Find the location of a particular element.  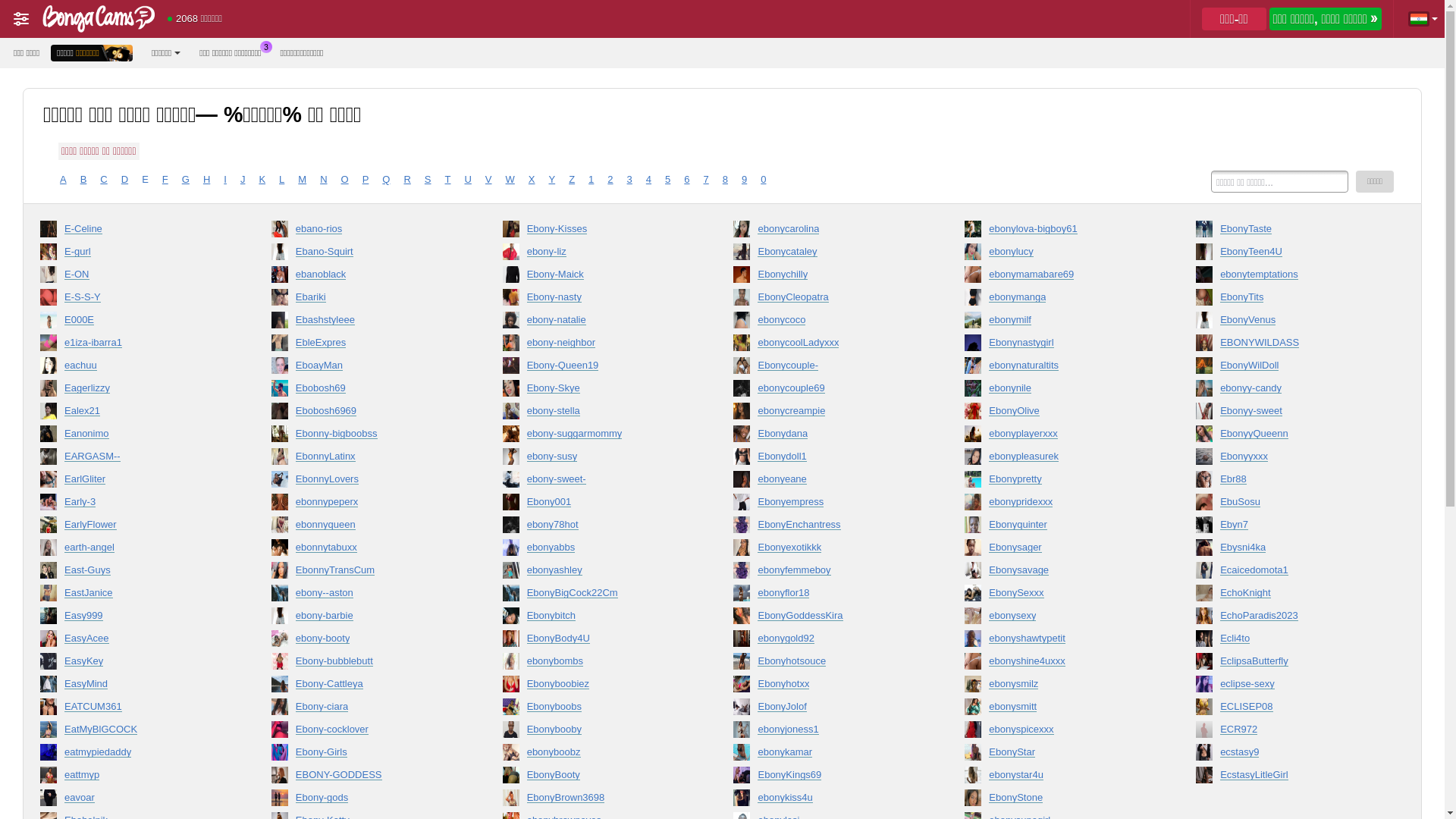

'ebony-suggarmommy' is located at coordinates (596, 436).